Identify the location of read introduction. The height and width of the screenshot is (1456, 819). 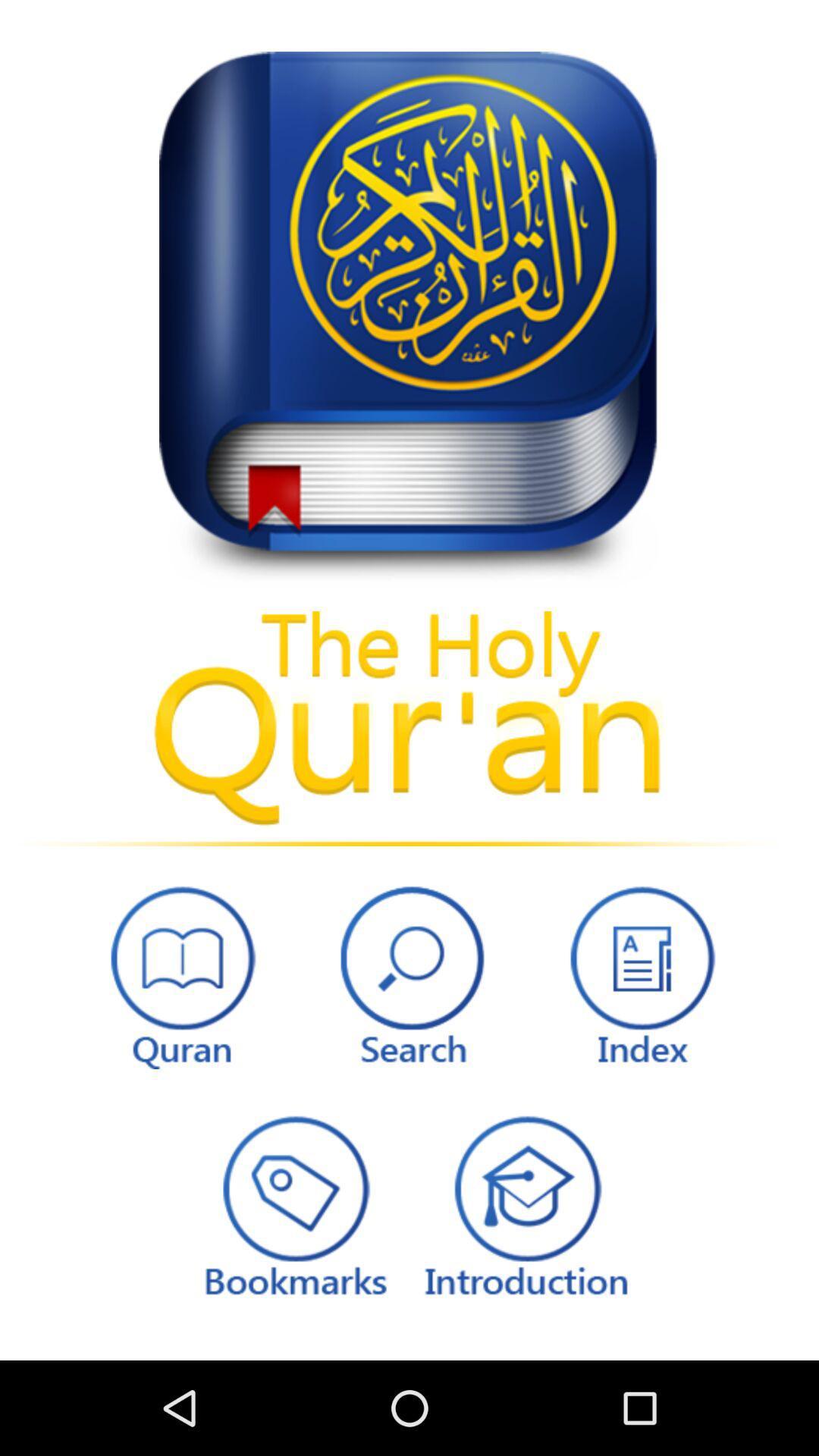
(525, 1203).